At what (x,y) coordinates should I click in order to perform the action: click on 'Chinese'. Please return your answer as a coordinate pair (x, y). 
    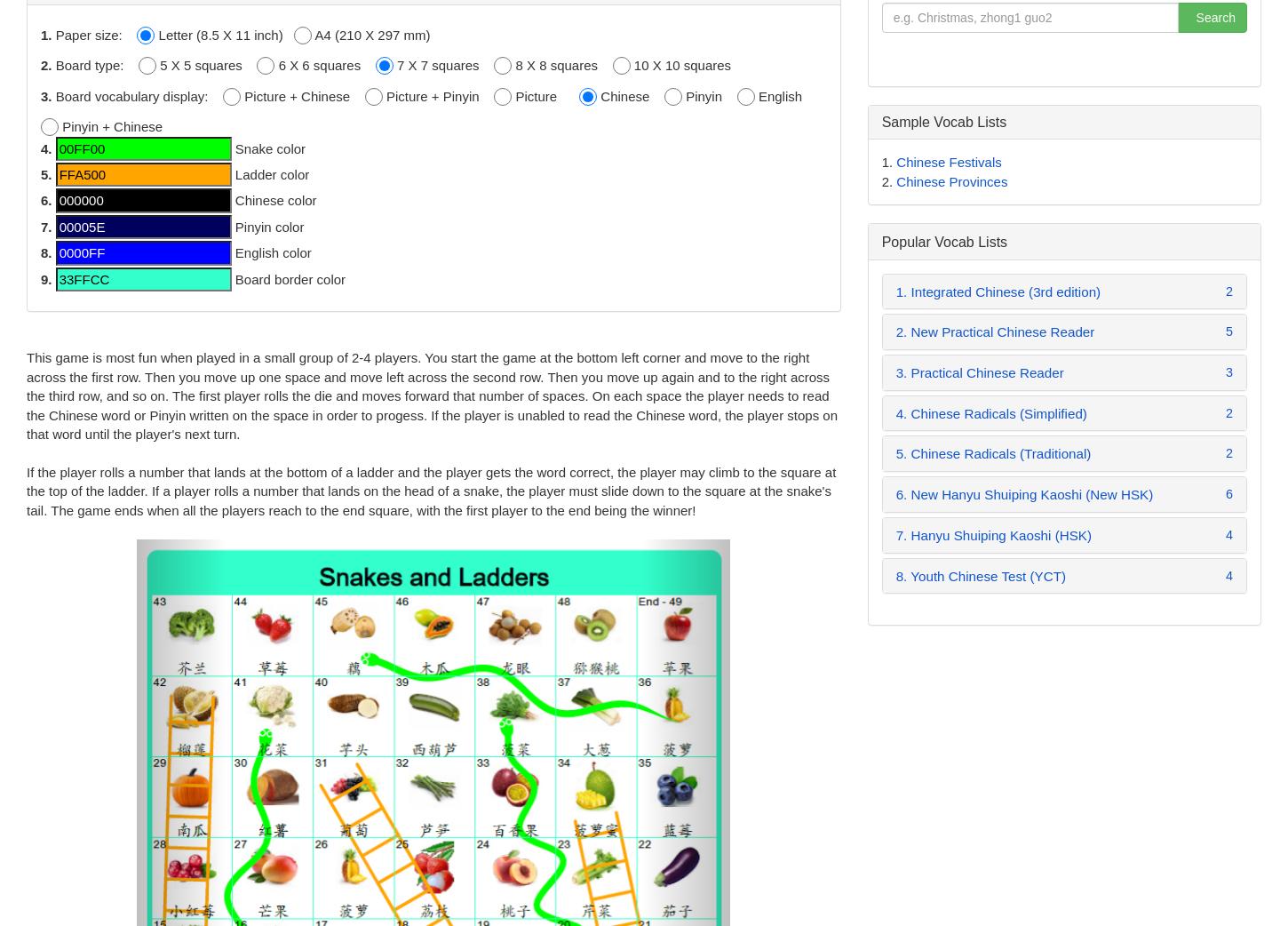
    Looking at the image, I should click on (630, 95).